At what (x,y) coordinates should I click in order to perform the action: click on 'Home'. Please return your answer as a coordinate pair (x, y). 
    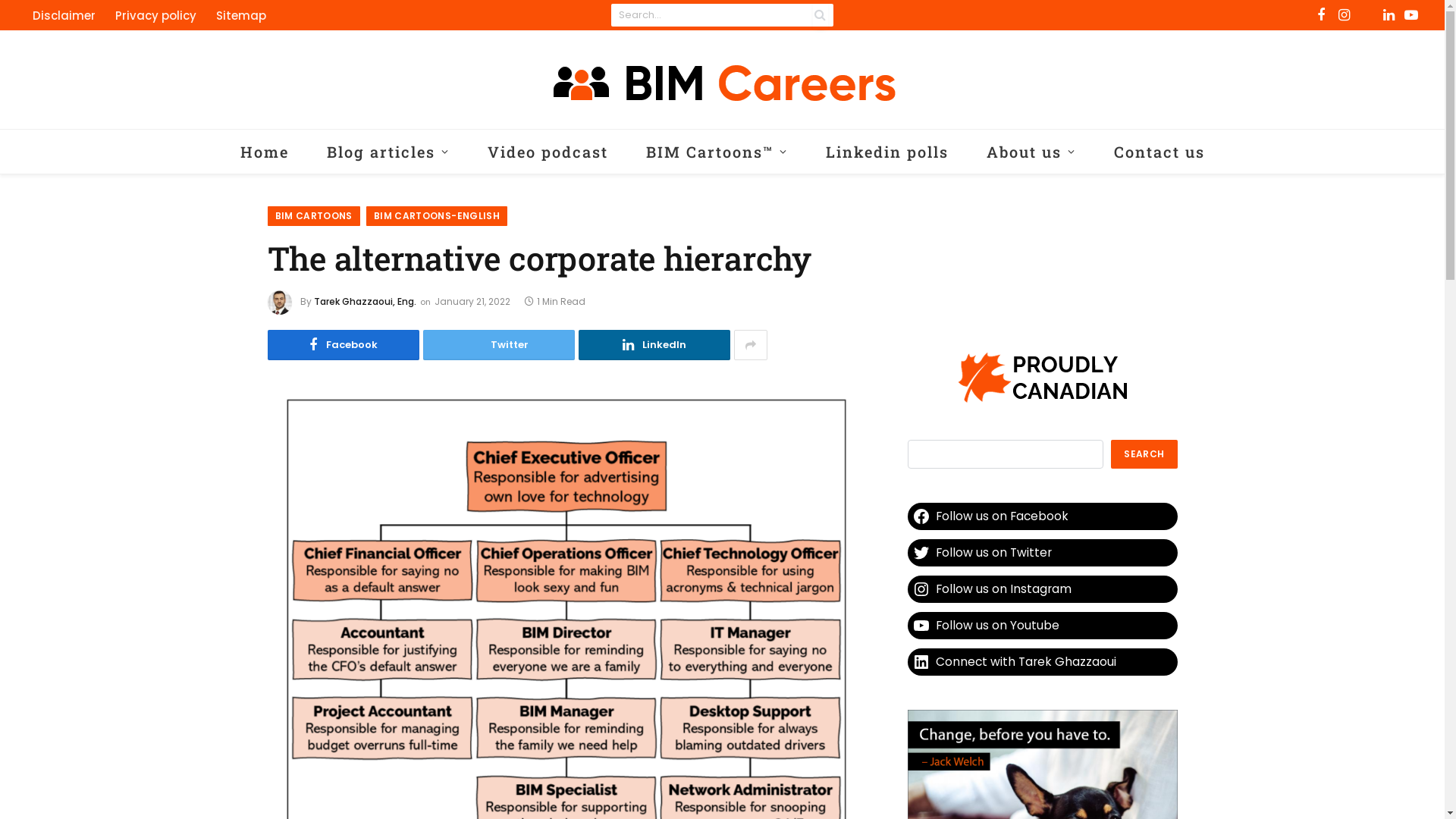
    Looking at the image, I should click on (265, 152).